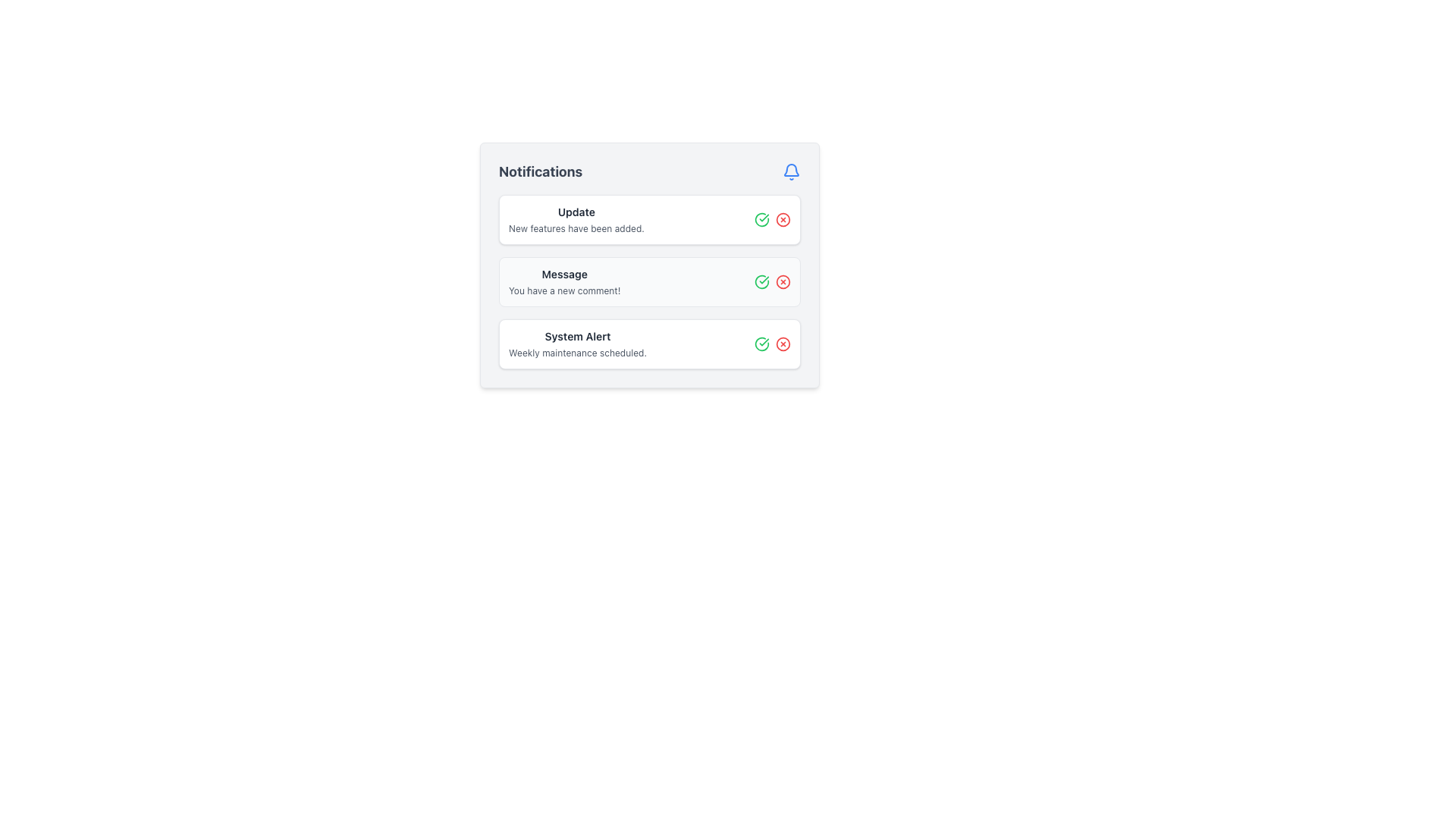  I want to click on text label that states 'Weekly maintenance scheduled.' located below the 'System Alert' header in the third notification card, so click(577, 353).